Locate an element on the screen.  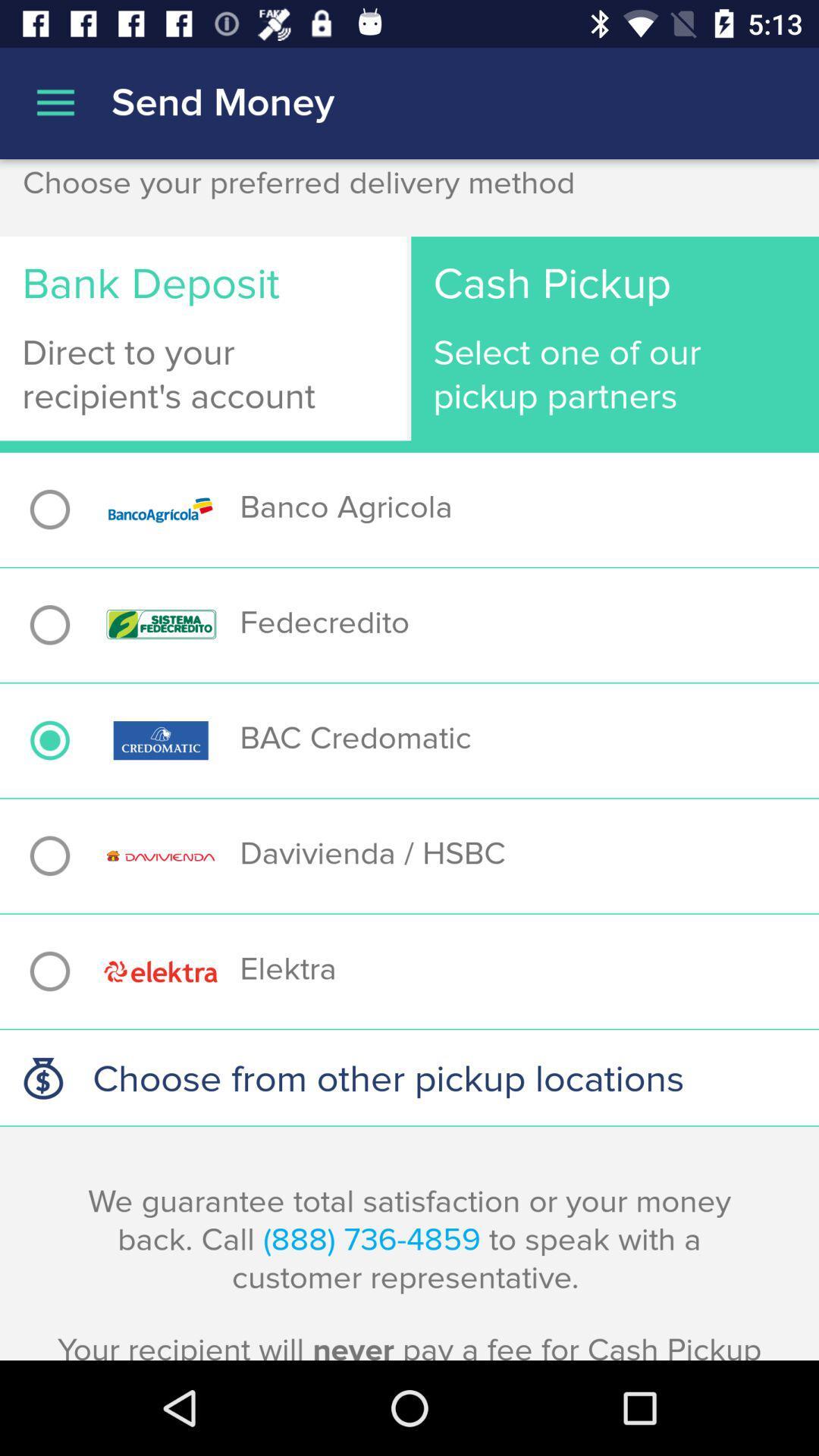
the choose from other is located at coordinates (409, 1077).